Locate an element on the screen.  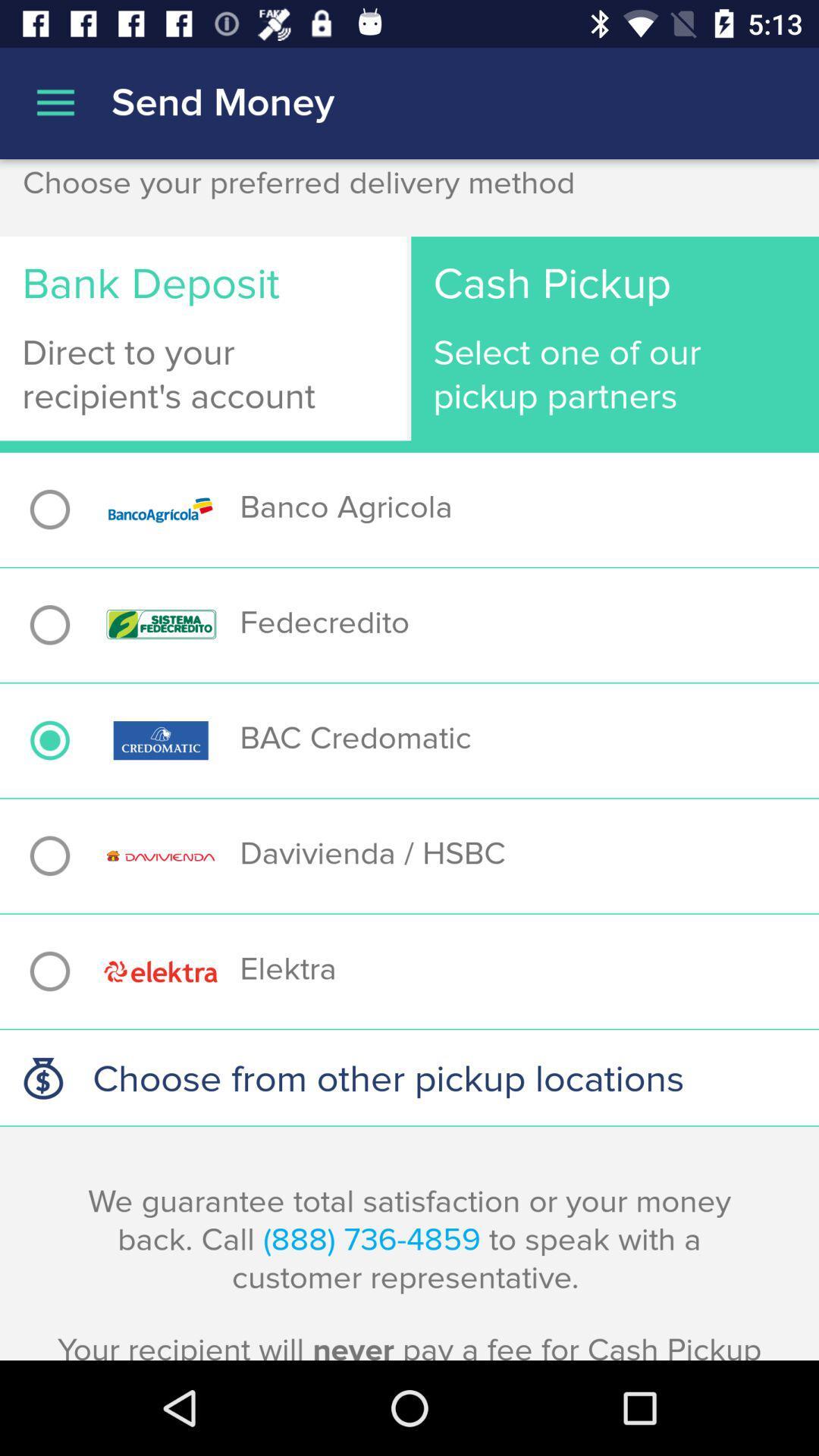
the choose from other is located at coordinates (409, 1077).